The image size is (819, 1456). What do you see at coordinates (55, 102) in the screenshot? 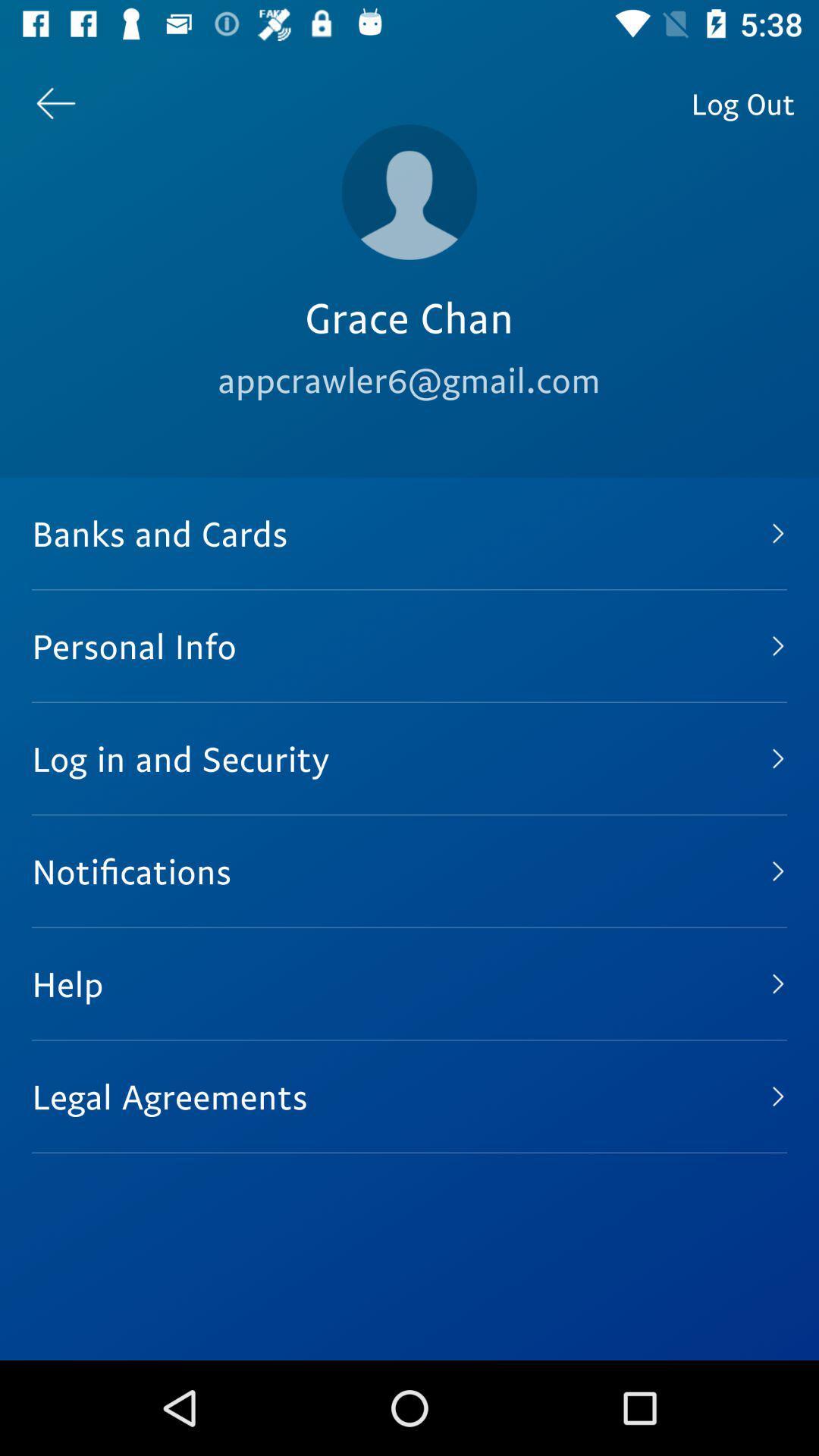
I see `icon at the top left corner` at bounding box center [55, 102].